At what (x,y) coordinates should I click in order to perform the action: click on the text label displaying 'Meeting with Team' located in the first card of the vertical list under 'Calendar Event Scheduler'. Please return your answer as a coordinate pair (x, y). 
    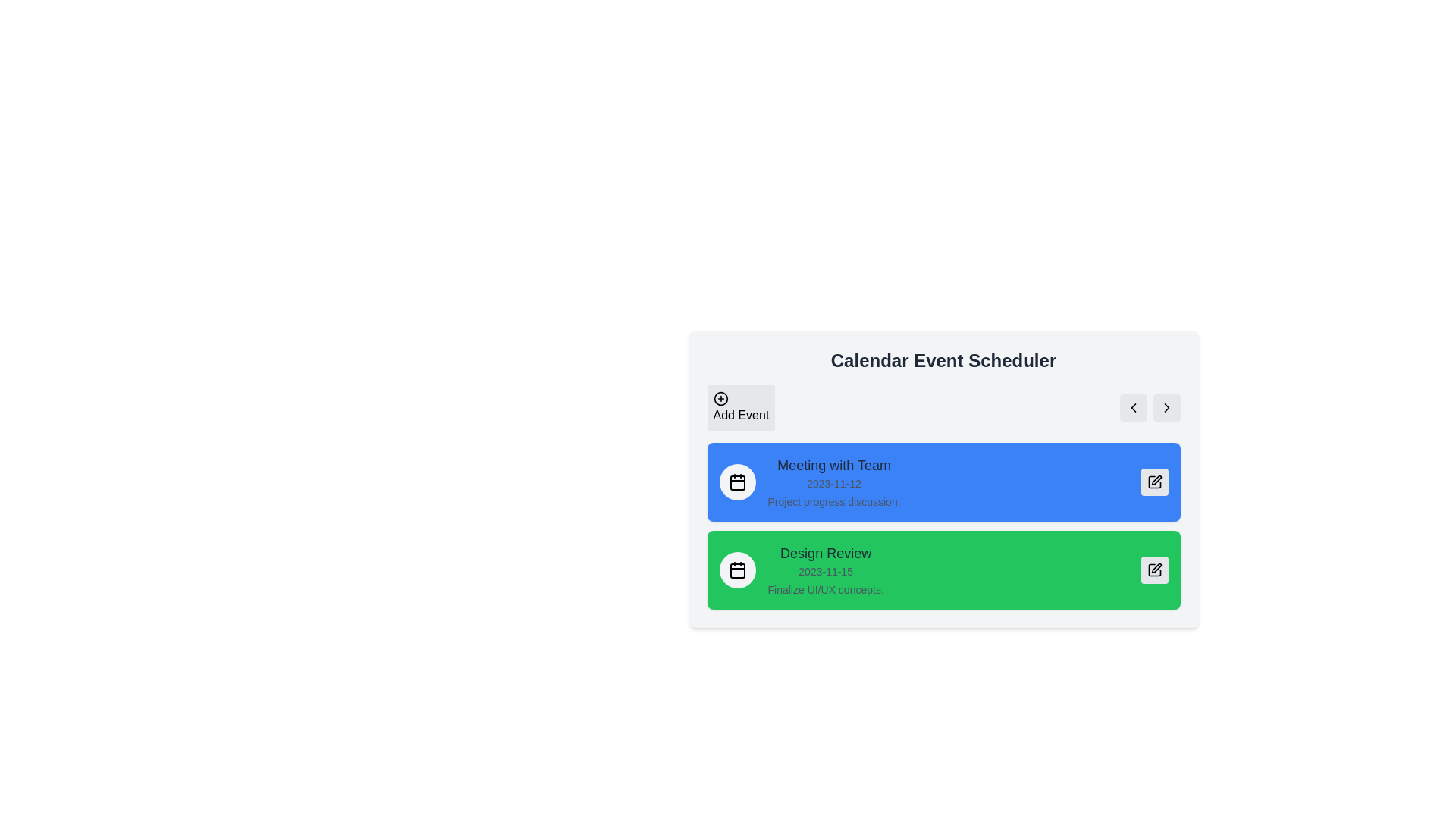
    Looking at the image, I should click on (833, 464).